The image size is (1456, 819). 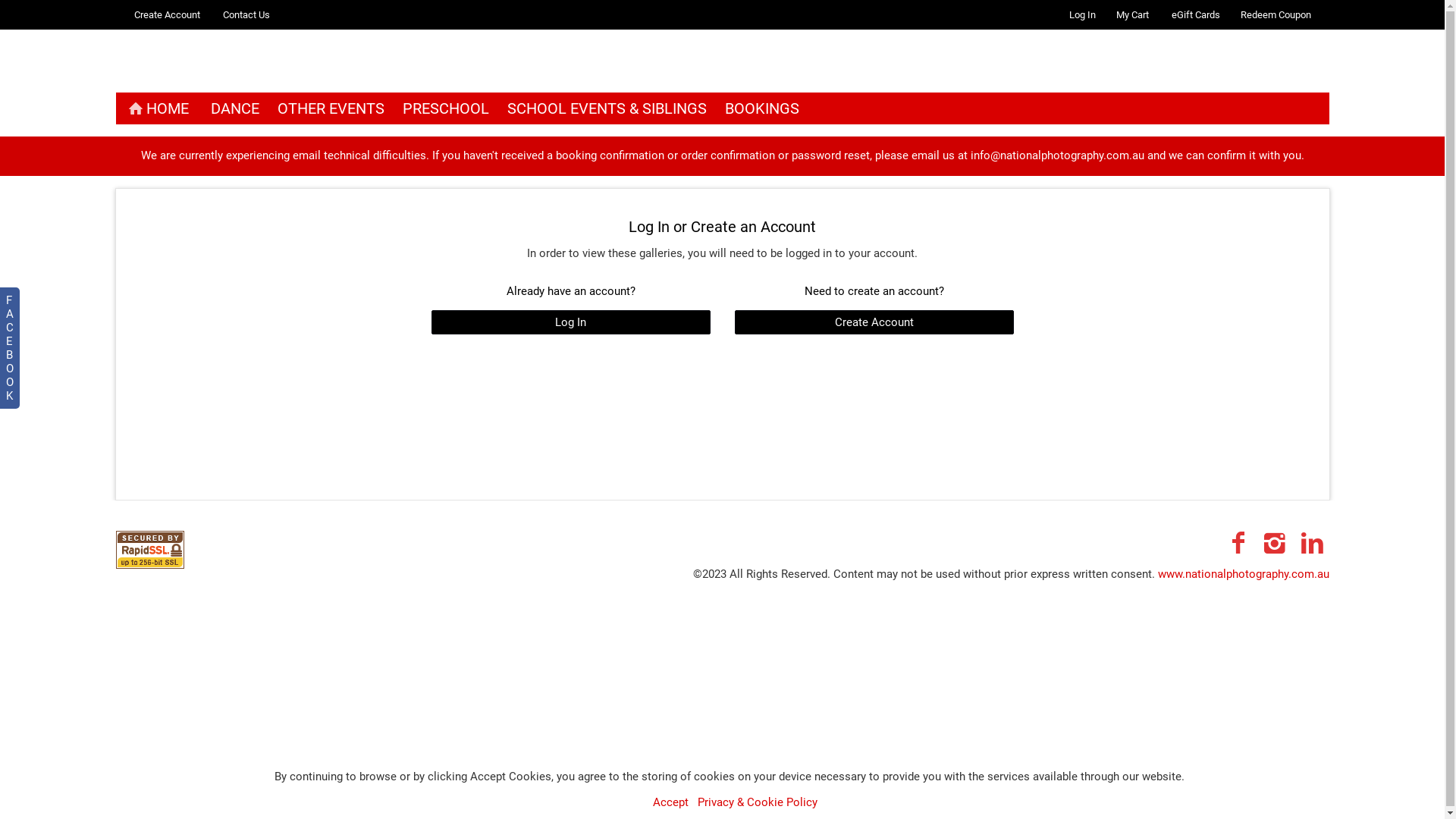 I want to click on 'HOME', so click(x=156, y=107).